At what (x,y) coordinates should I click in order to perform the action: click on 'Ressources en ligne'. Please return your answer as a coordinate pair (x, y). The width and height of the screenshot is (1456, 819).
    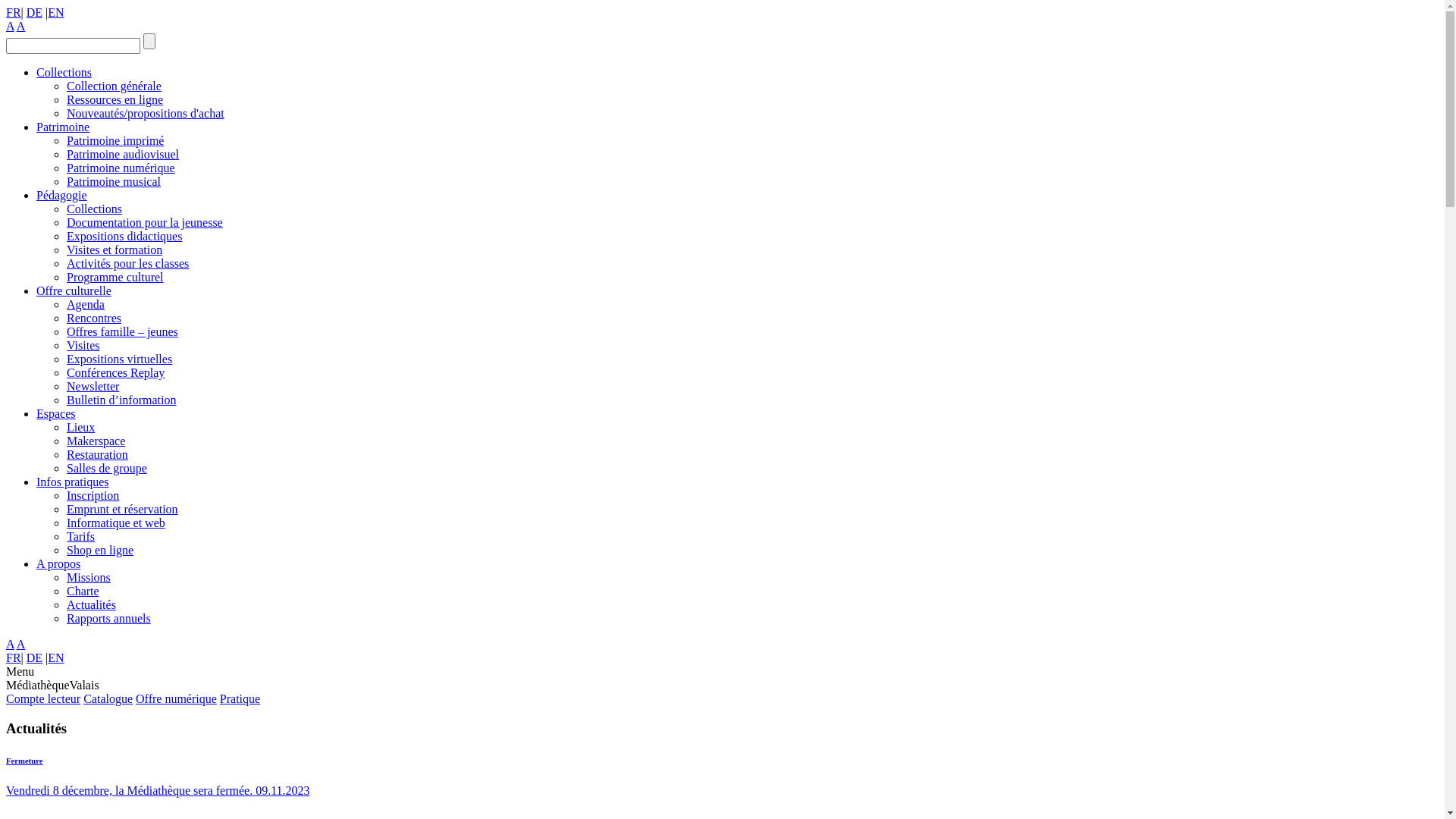
    Looking at the image, I should click on (65, 99).